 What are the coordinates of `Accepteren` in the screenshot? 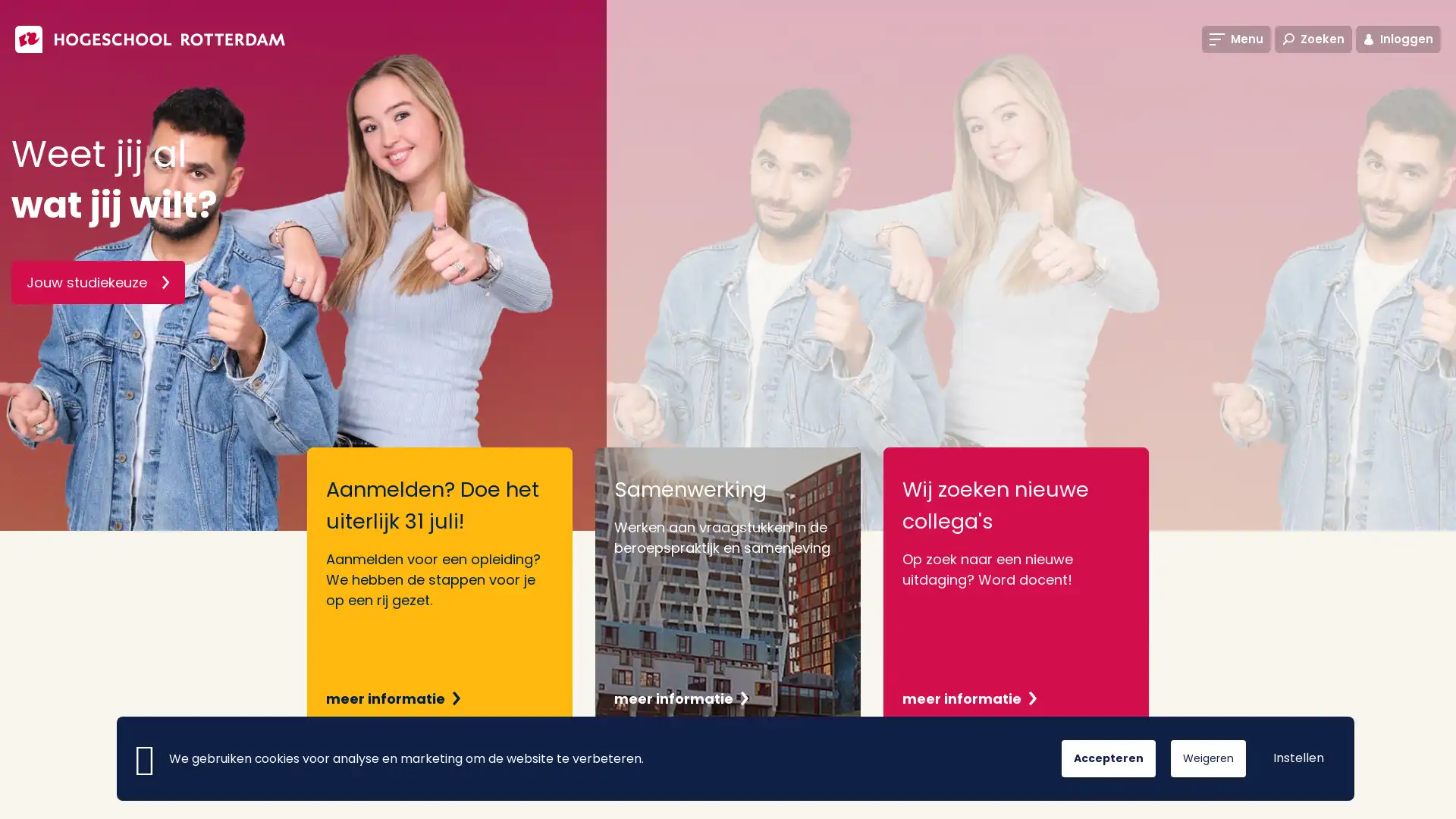 It's located at (1107, 758).